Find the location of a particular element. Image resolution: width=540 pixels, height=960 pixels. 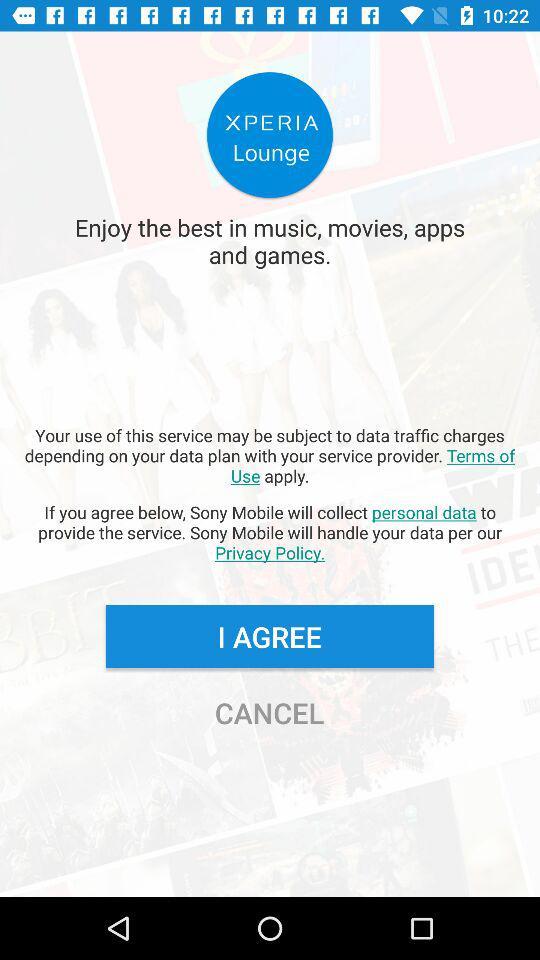

your use of is located at coordinates (270, 455).